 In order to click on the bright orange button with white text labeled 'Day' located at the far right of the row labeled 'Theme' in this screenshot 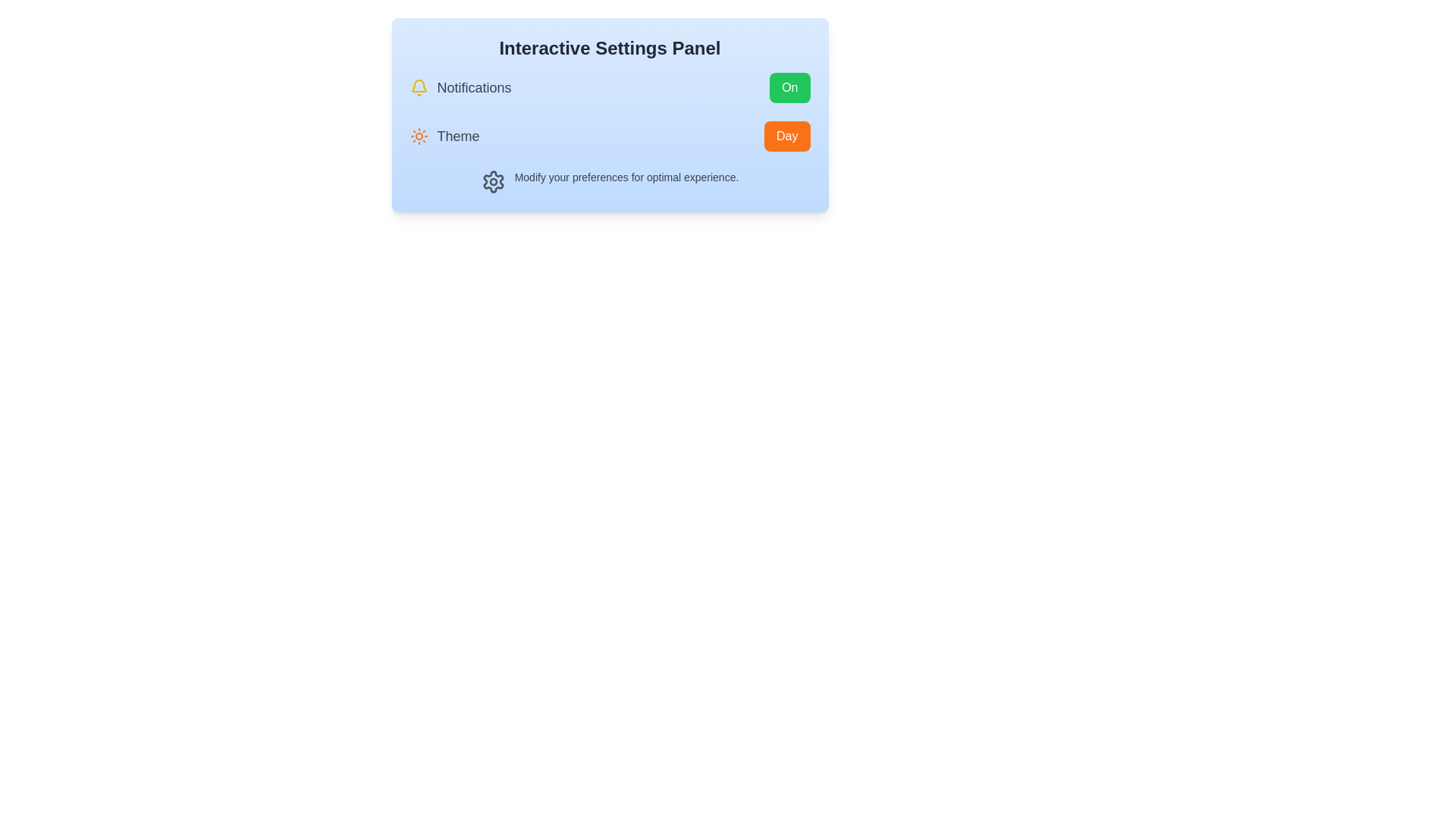, I will do `click(786, 136)`.